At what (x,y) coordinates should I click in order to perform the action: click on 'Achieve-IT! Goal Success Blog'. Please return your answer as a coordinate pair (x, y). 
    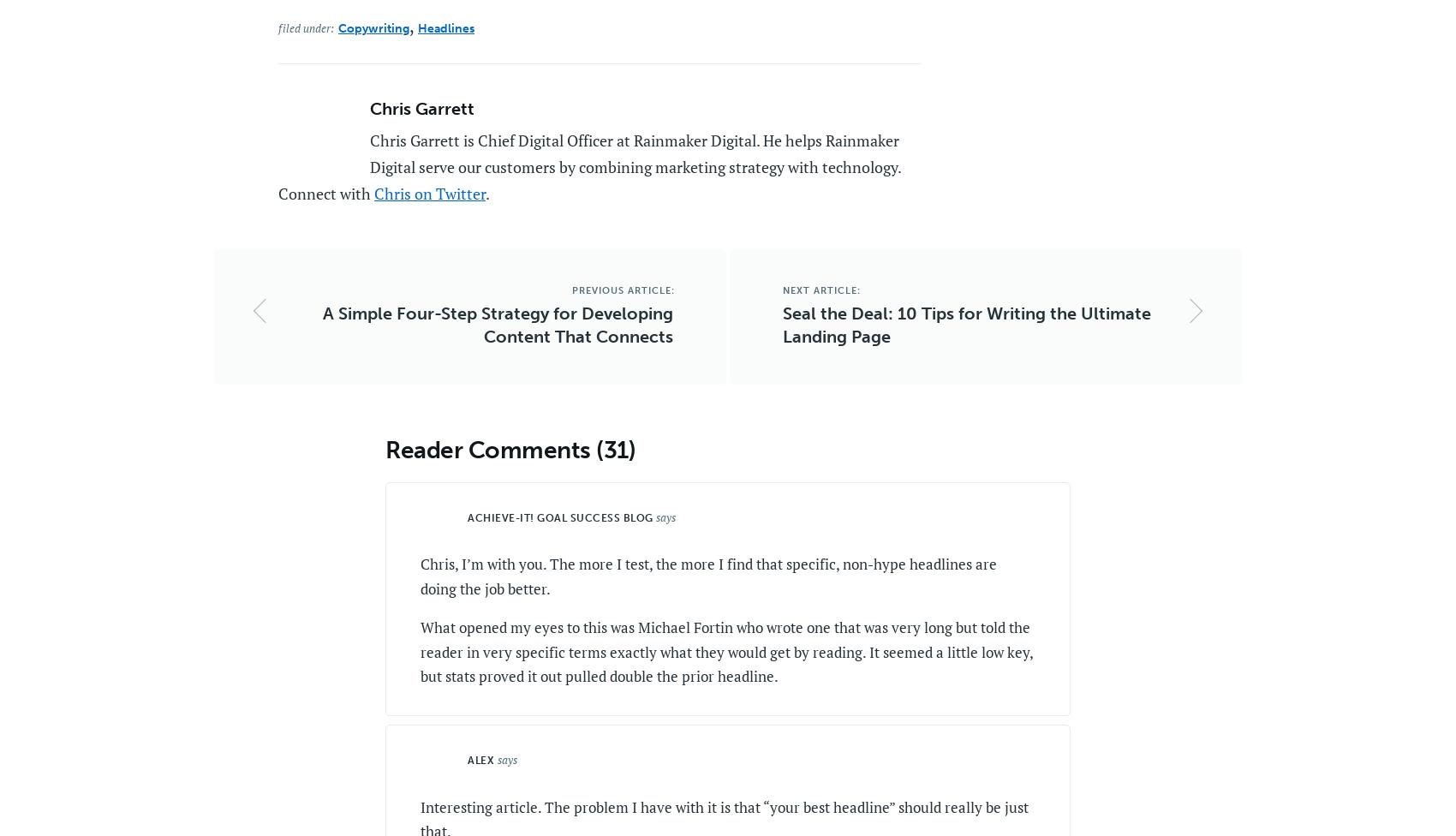
    Looking at the image, I should click on (559, 517).